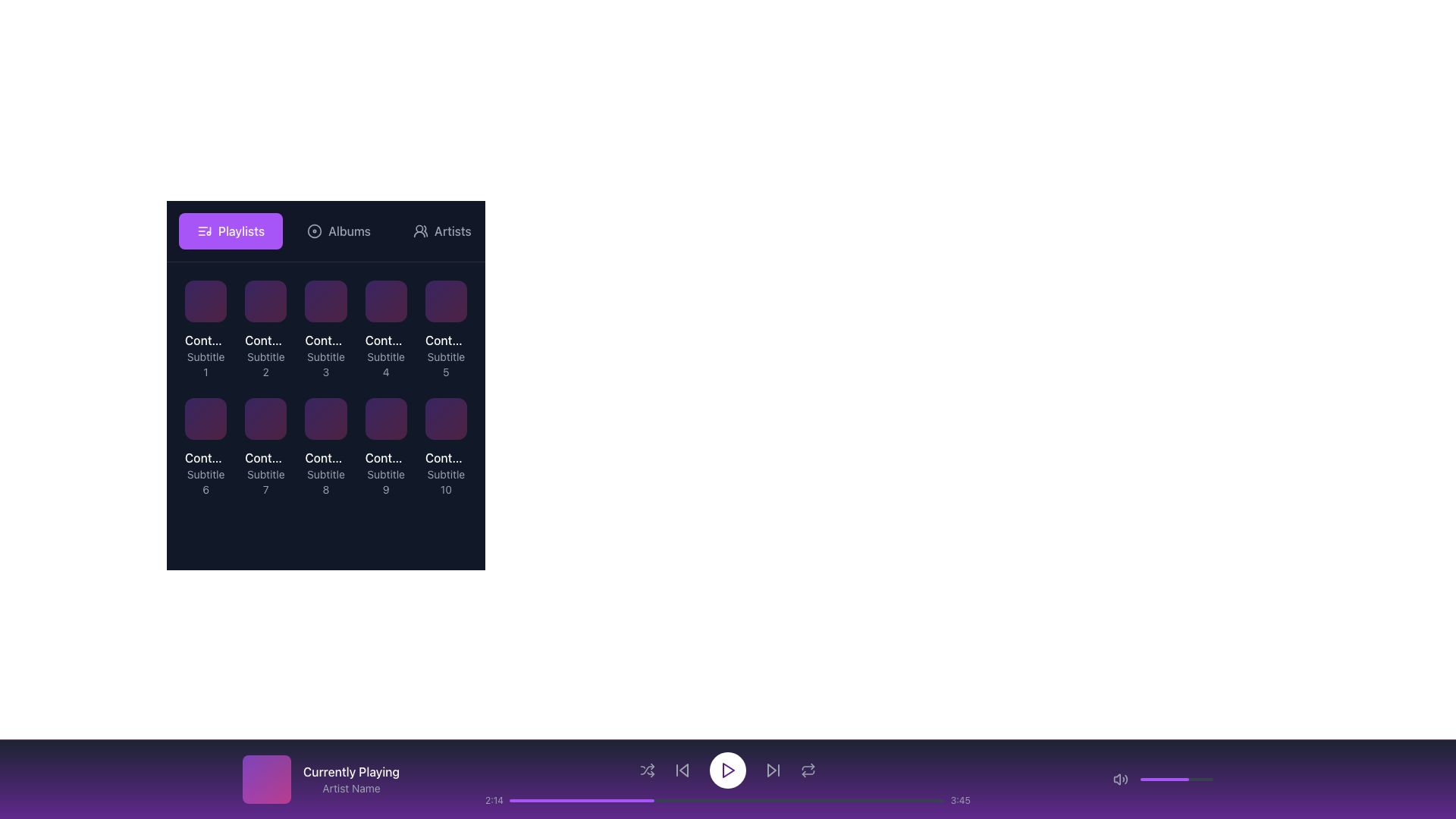 The height and width of the screenshot is (819, 1456). What do you see at coordinates (205, 447) in the screenshot?
I see `the playback button located in the sixth item of the grid in the second row` at bounding box center [205, 447].